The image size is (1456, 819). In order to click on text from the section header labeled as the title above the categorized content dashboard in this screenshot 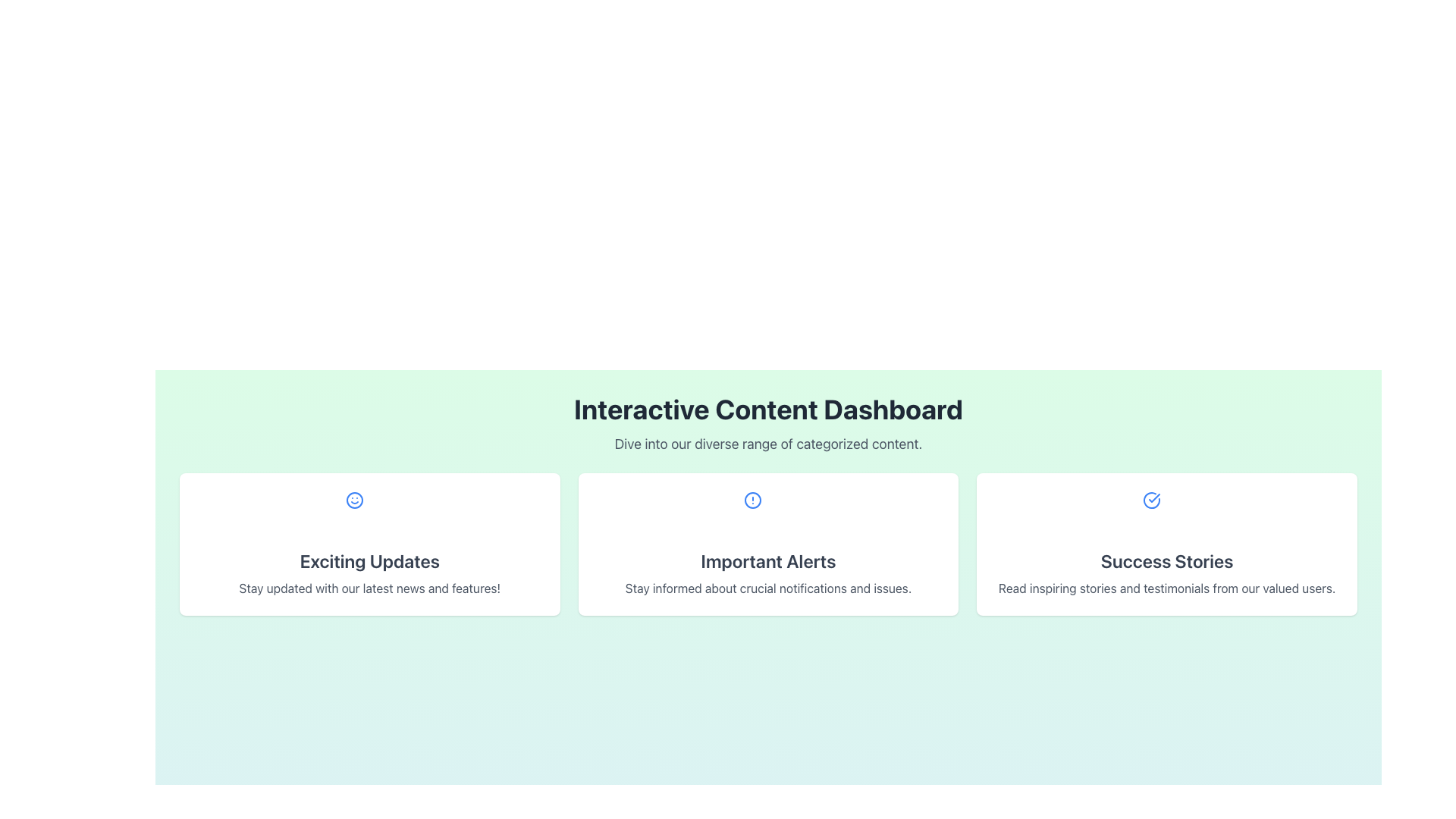, I will do `click(768, 409)`.